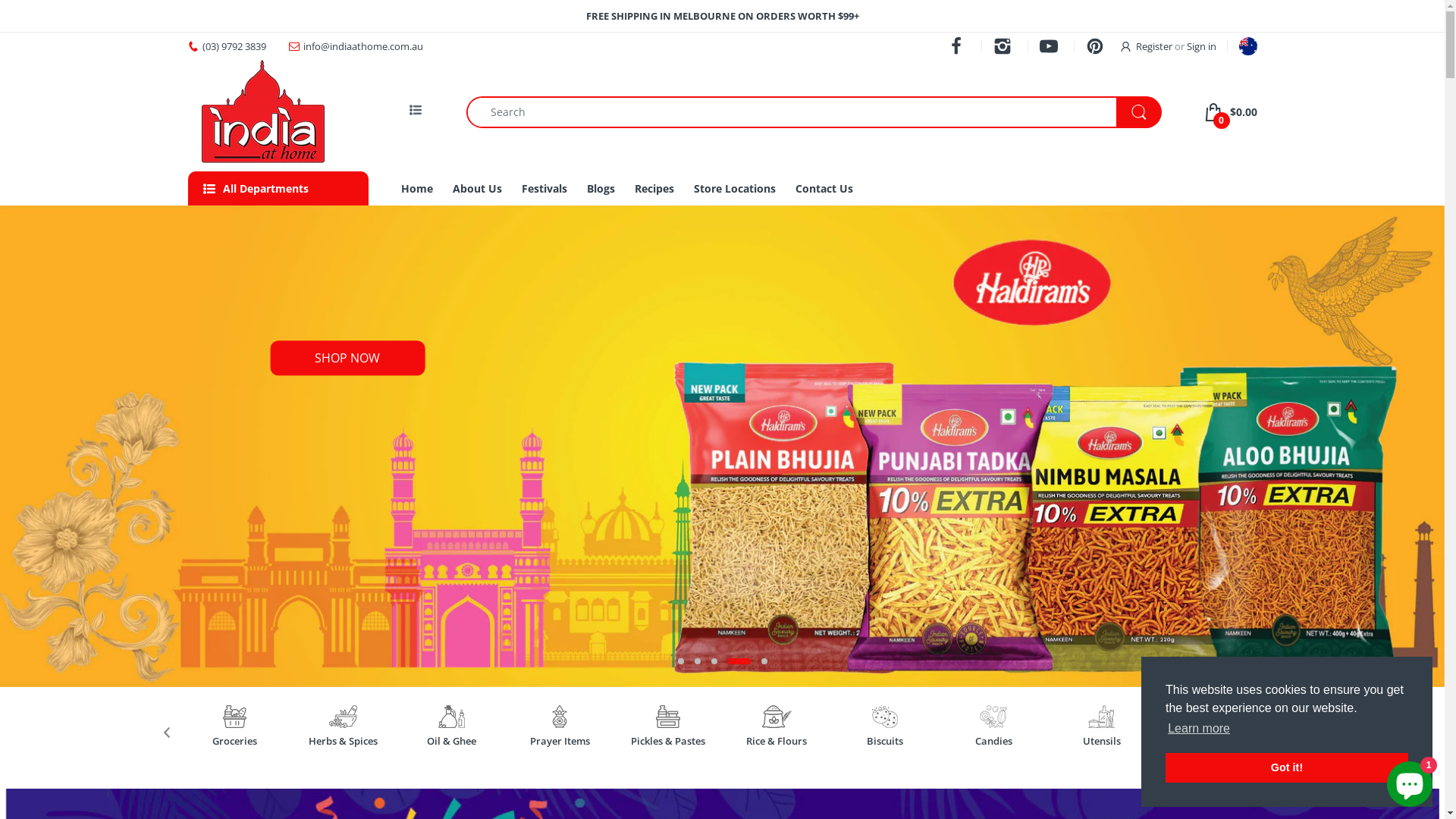  Describe the element at coordinates (1230, 111) in the screenshot. I see `'0` at that location.